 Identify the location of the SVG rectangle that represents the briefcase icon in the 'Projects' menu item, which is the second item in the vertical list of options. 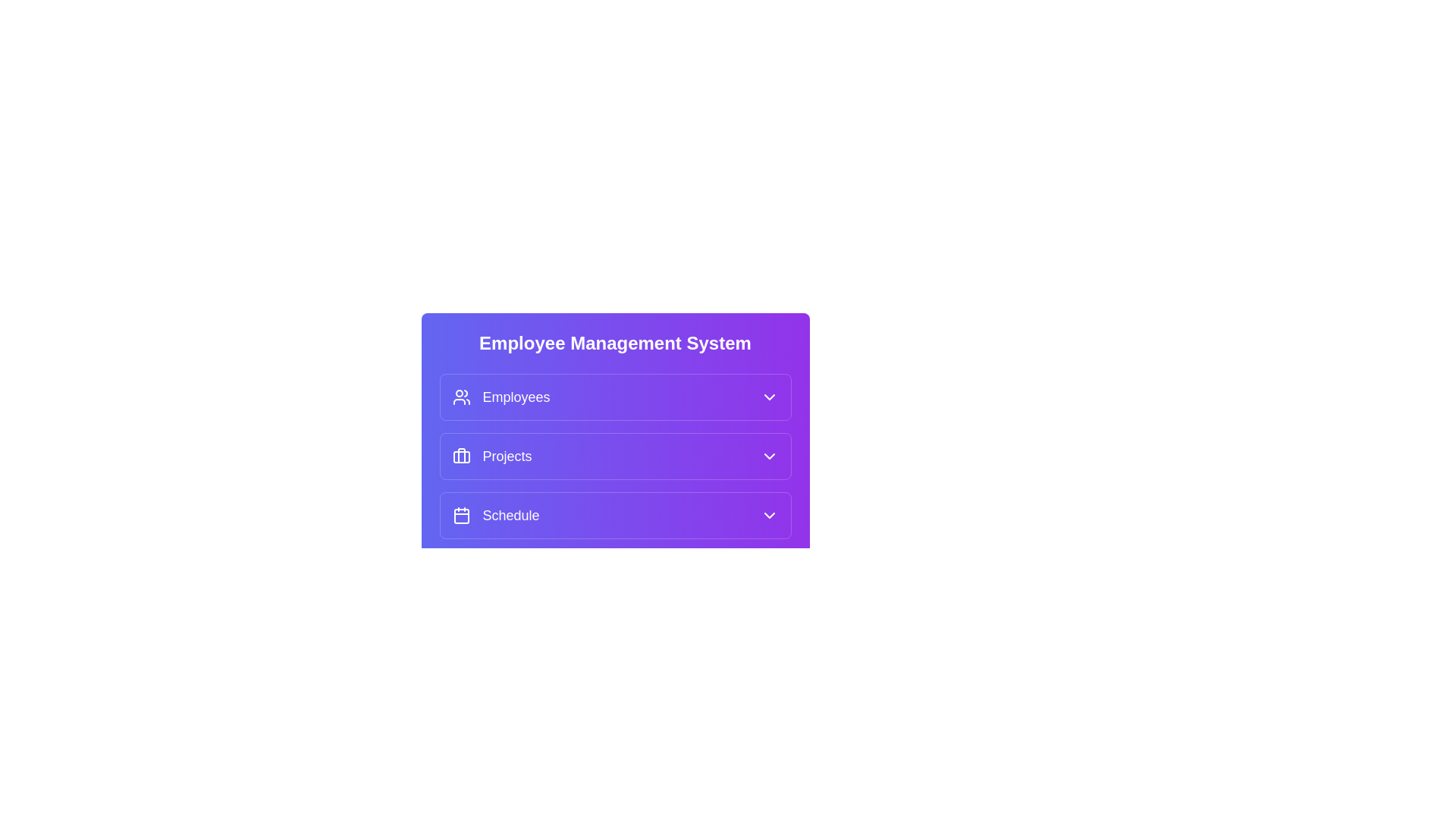
(460, 456).